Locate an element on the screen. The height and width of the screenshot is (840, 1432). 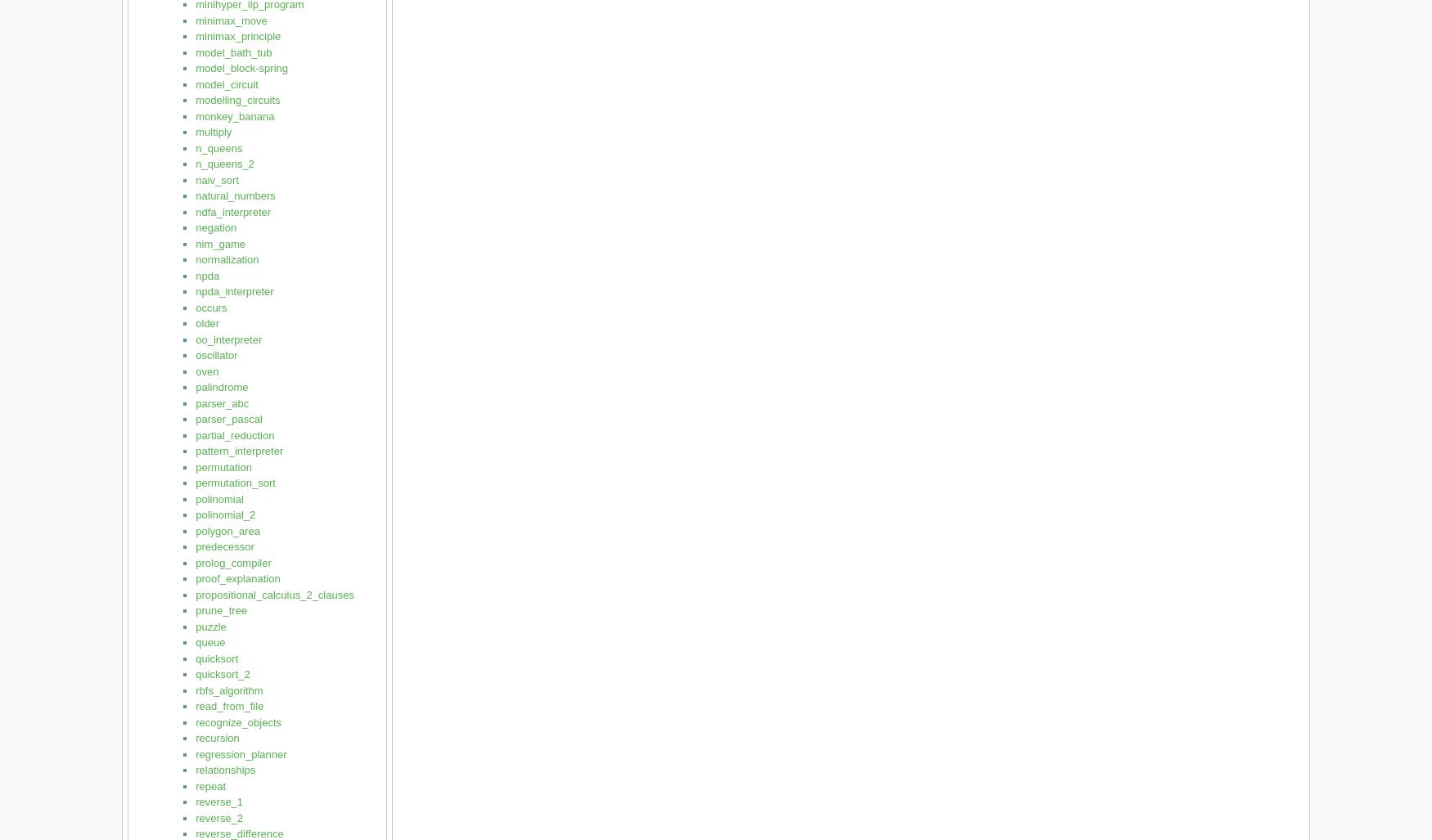
'rbfs_algorithm' is located at coordinates (228, 690).